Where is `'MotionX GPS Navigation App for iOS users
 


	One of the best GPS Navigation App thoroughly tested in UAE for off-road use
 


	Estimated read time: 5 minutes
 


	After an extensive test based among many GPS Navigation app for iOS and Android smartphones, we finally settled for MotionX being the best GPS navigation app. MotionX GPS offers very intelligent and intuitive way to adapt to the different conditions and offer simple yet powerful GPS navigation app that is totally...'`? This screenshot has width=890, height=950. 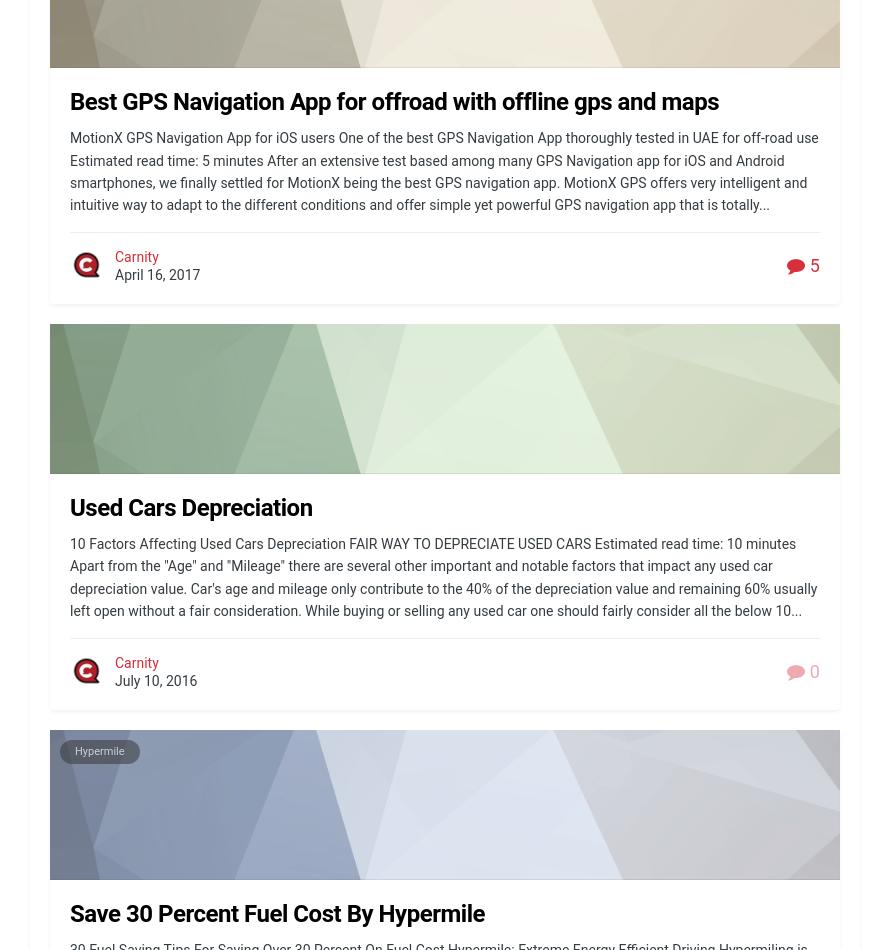 'MotionX GPS Navigation App for iOS users
 


	One of the best GPS Navigation App thoroughly tested in UAE for off-road use
 


	Estimated read time: 5 minutes
 


	After an extensive test based among many GPS Navigation app for iOS and Android smartphones, we finally settled for MotionX being the best GPS navigation app. MotionX GPS offers very intelligent and intuitive way to adapt to the different conditions and offer simple yet powerful GPS navigation app that is totally...' is located at coordinates (70, 171).